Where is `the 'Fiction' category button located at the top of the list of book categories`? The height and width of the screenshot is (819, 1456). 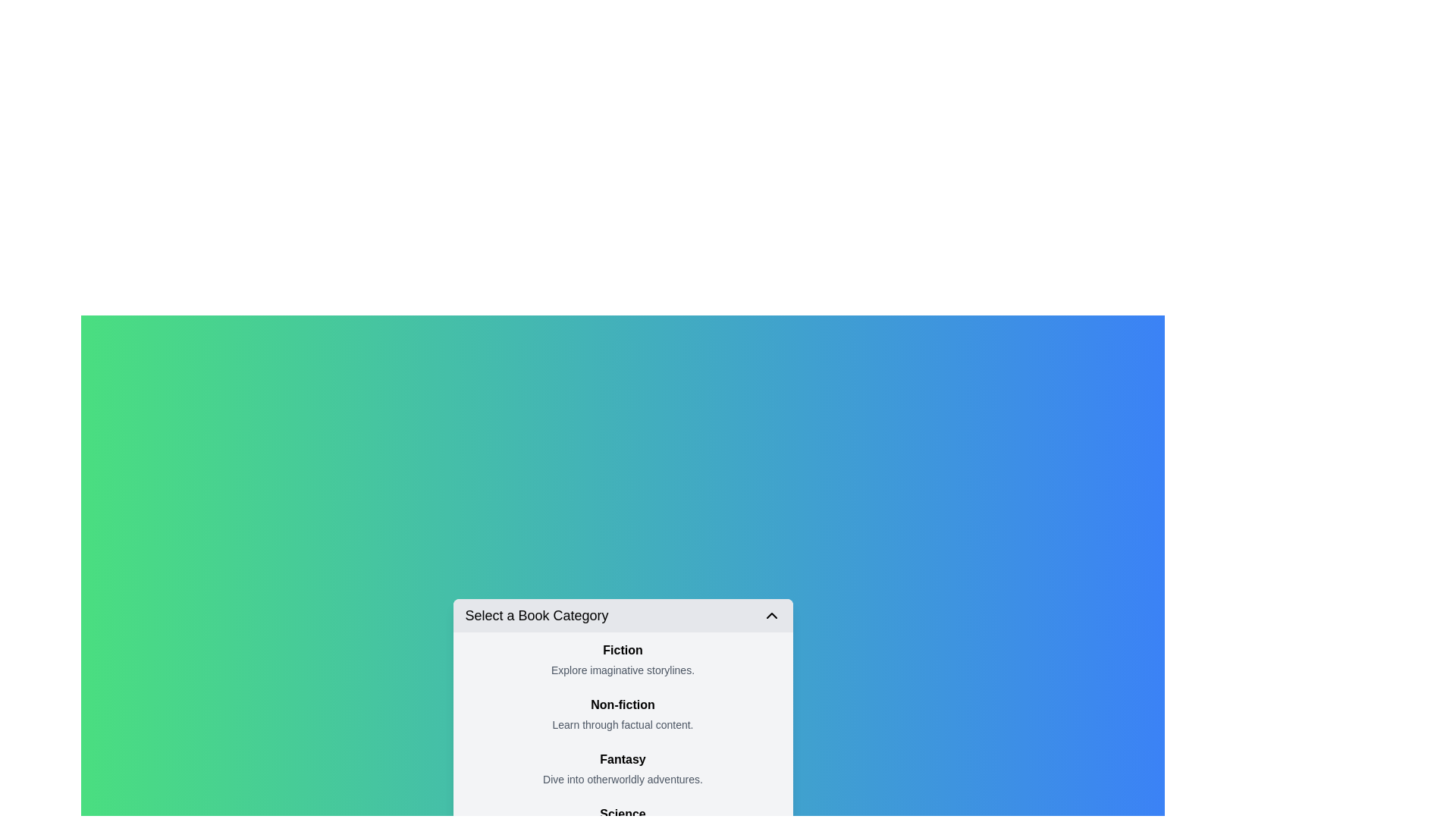 the 'Fiction' category button located at the top of the list of book categories is located at coordinates (623, 659).